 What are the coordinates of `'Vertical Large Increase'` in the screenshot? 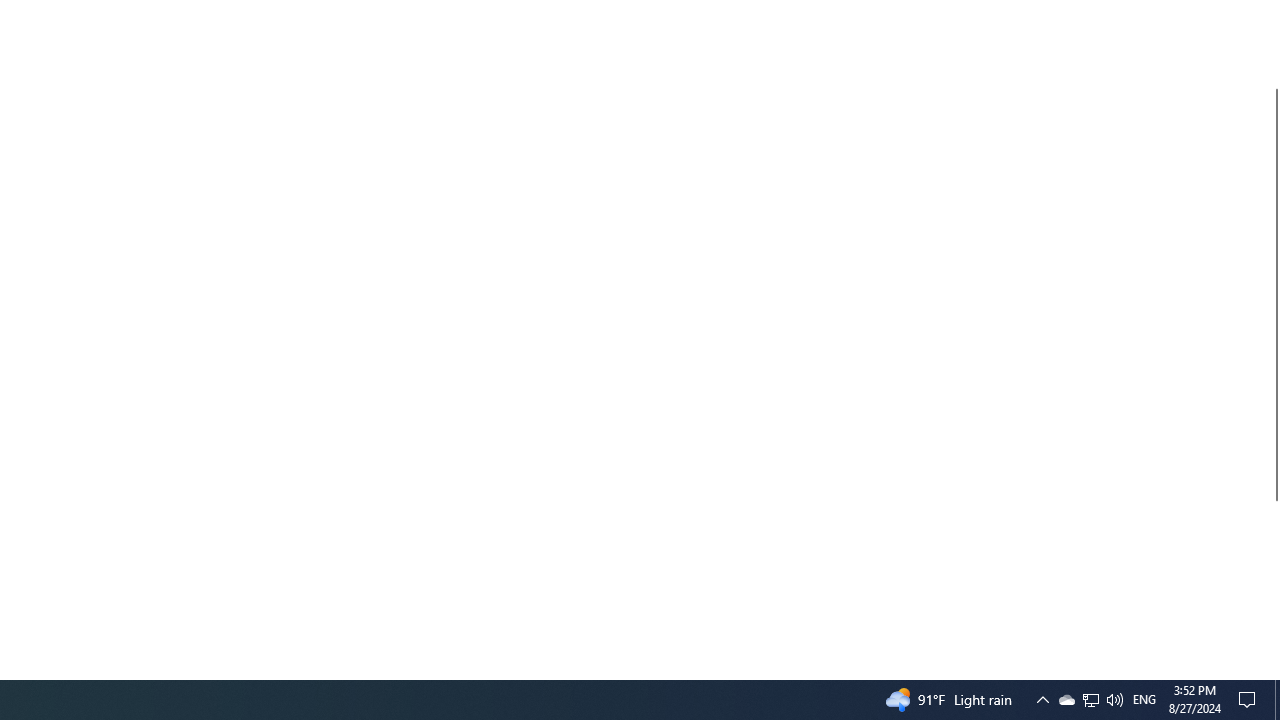 It's located at (1271, 582).